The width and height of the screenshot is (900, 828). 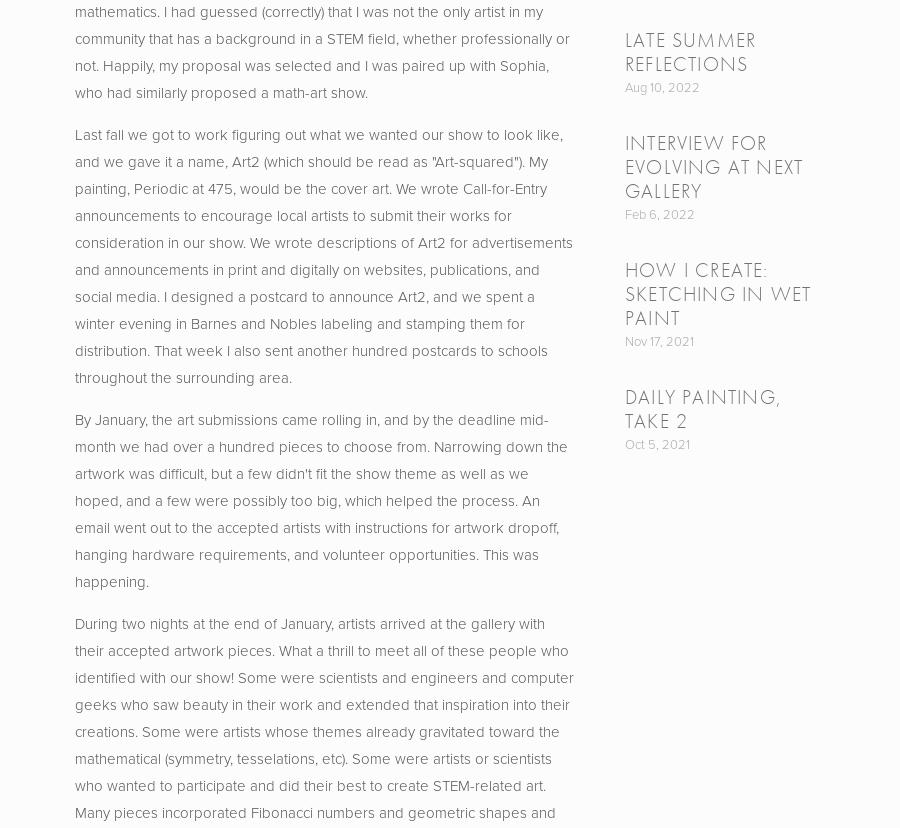 What do you see at coordinates (657, 444) in the screenshot?
I see `'Oct 5, 2021'` at bounding box center [657, 444].